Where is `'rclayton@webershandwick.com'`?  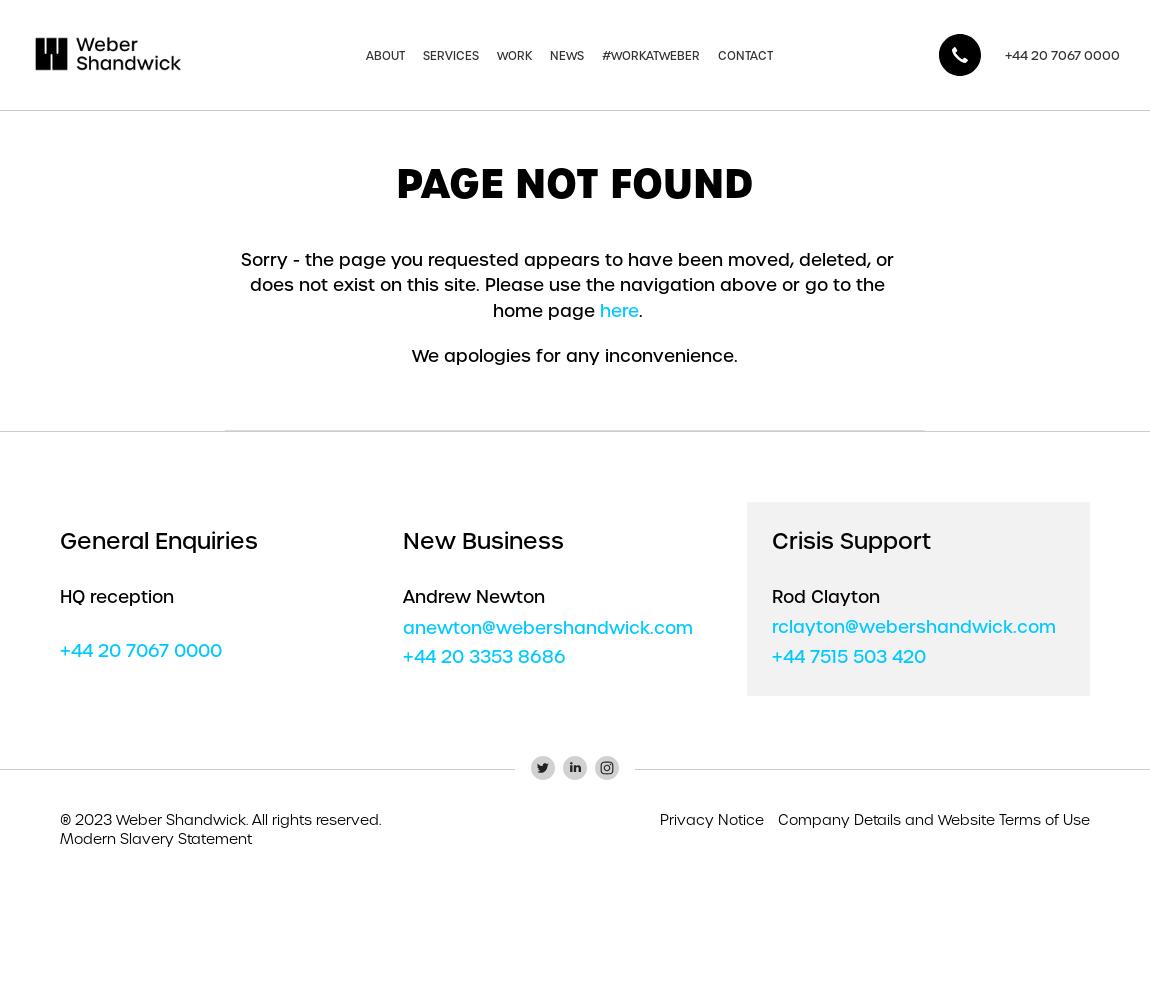
'rclayton@webershandwick.com' is located at coordinates (912, 627).